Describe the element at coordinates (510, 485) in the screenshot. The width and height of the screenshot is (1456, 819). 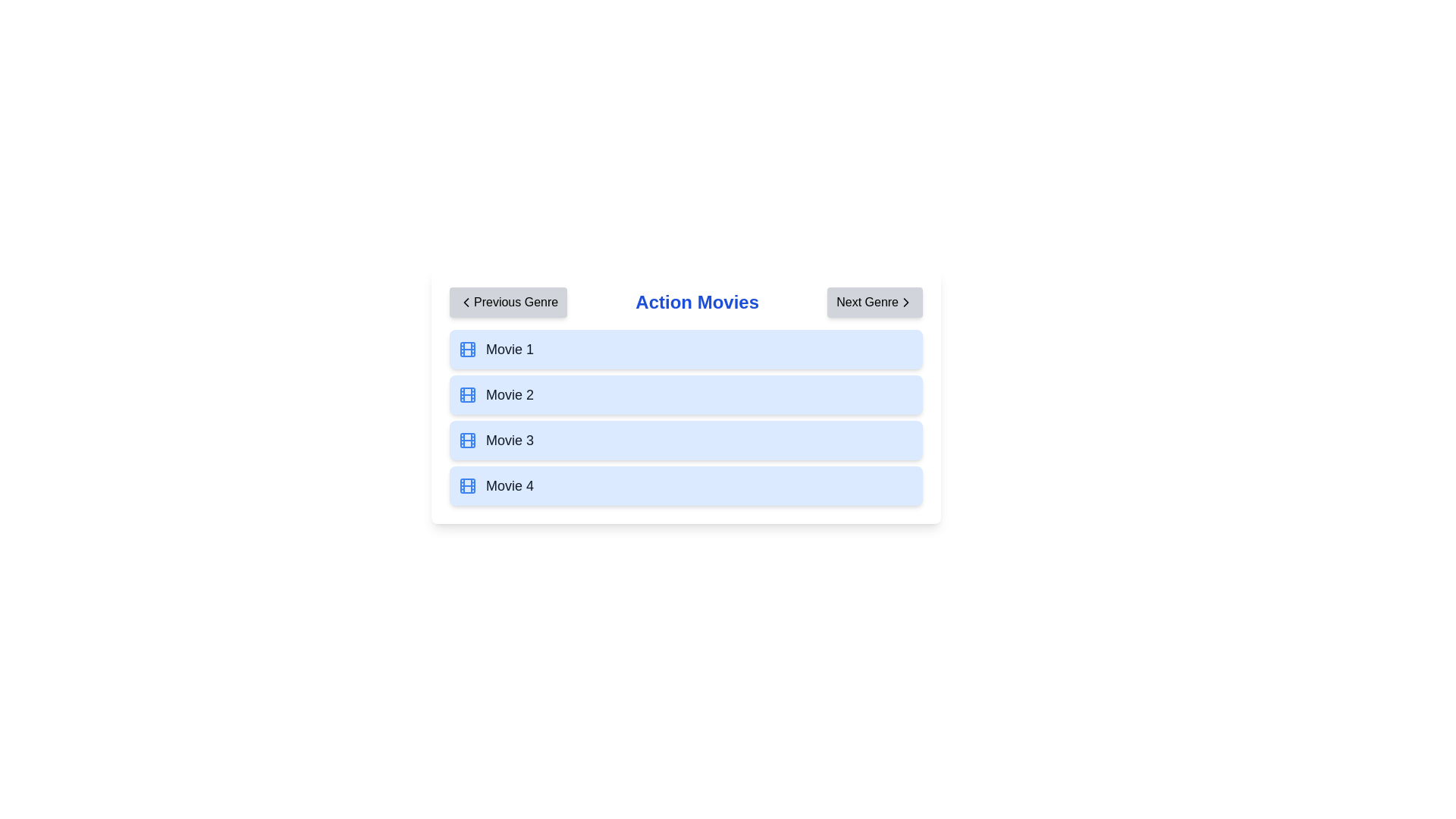
I see `the text label displaying the title of the fourth movie in the 'Action Movies' list, located to the right of the blue movie icon` at that location.